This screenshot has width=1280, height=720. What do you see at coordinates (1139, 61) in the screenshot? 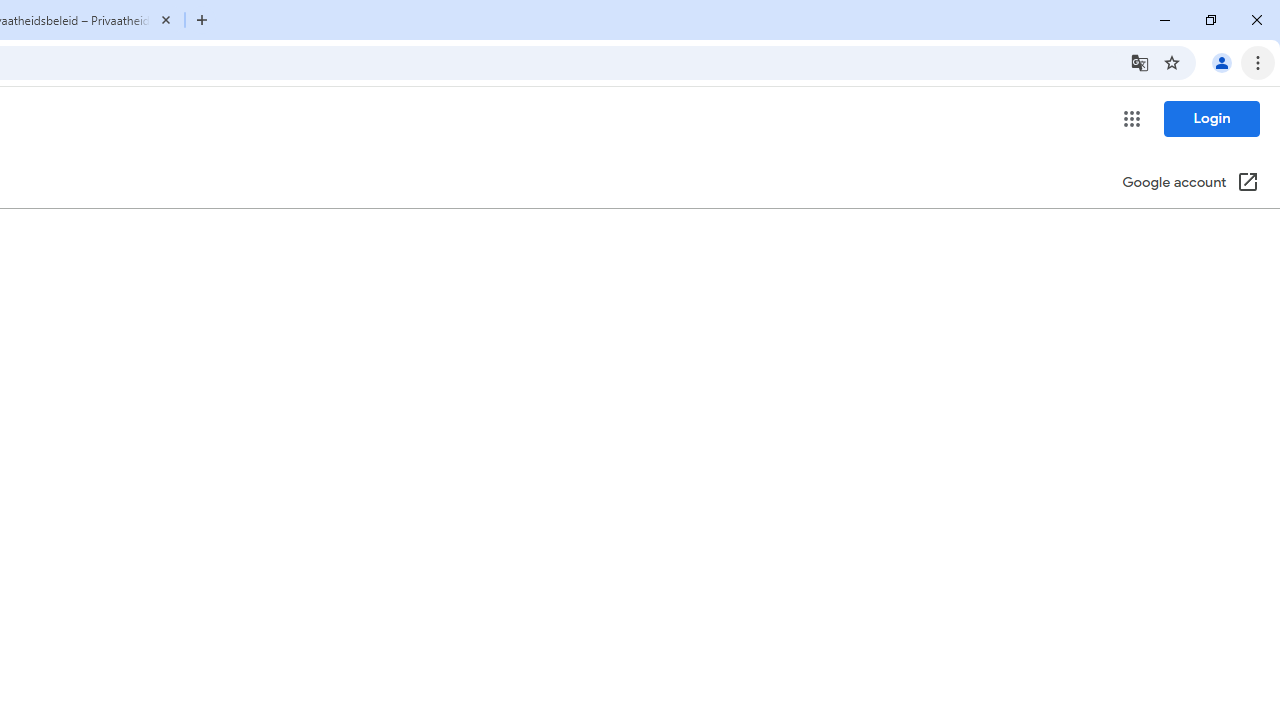
I see `'Translate this page'` at bounding box center [1139, 61].